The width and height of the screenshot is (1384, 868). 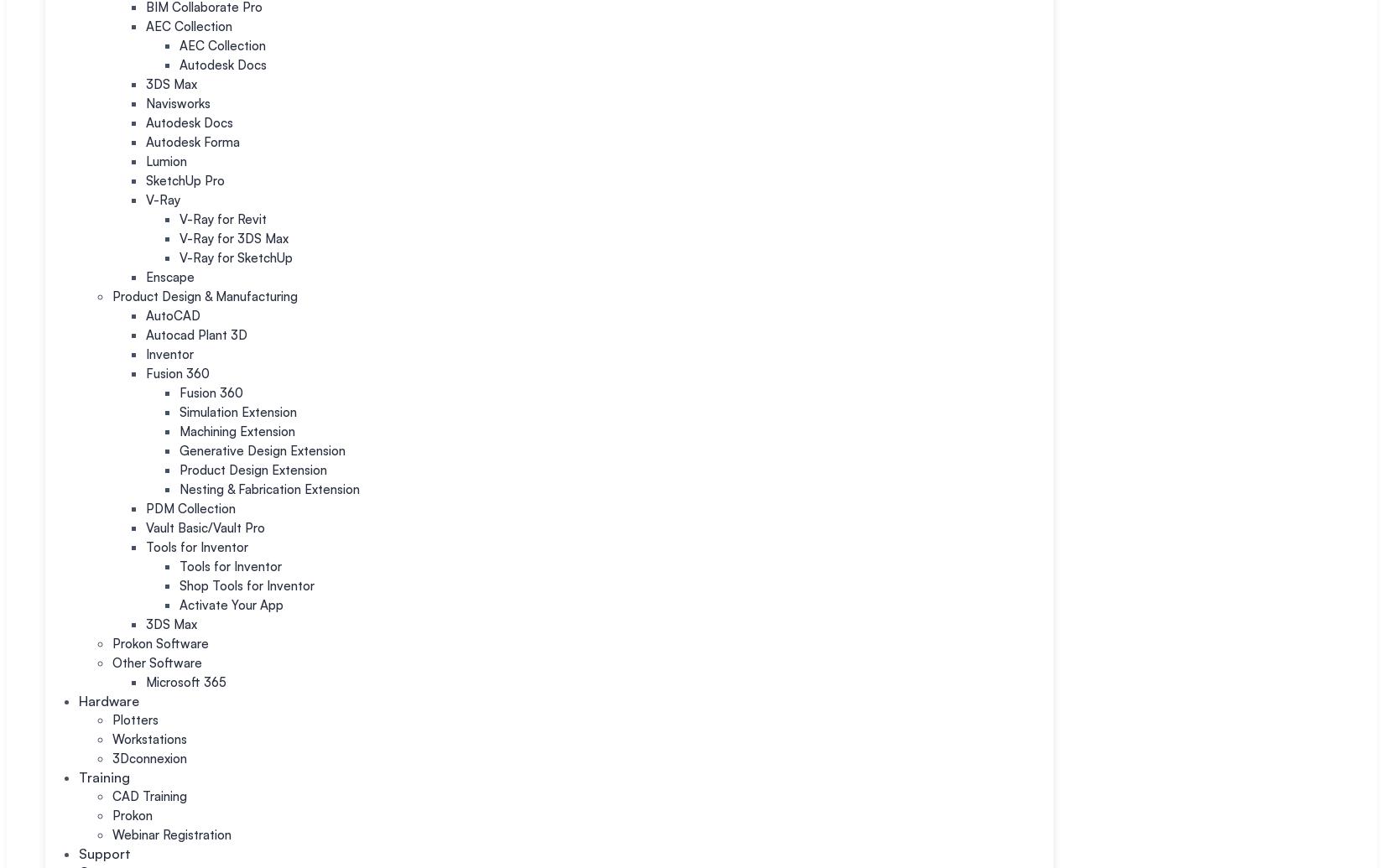 I want to click on 'Inventor', so click(x=169, y=354).